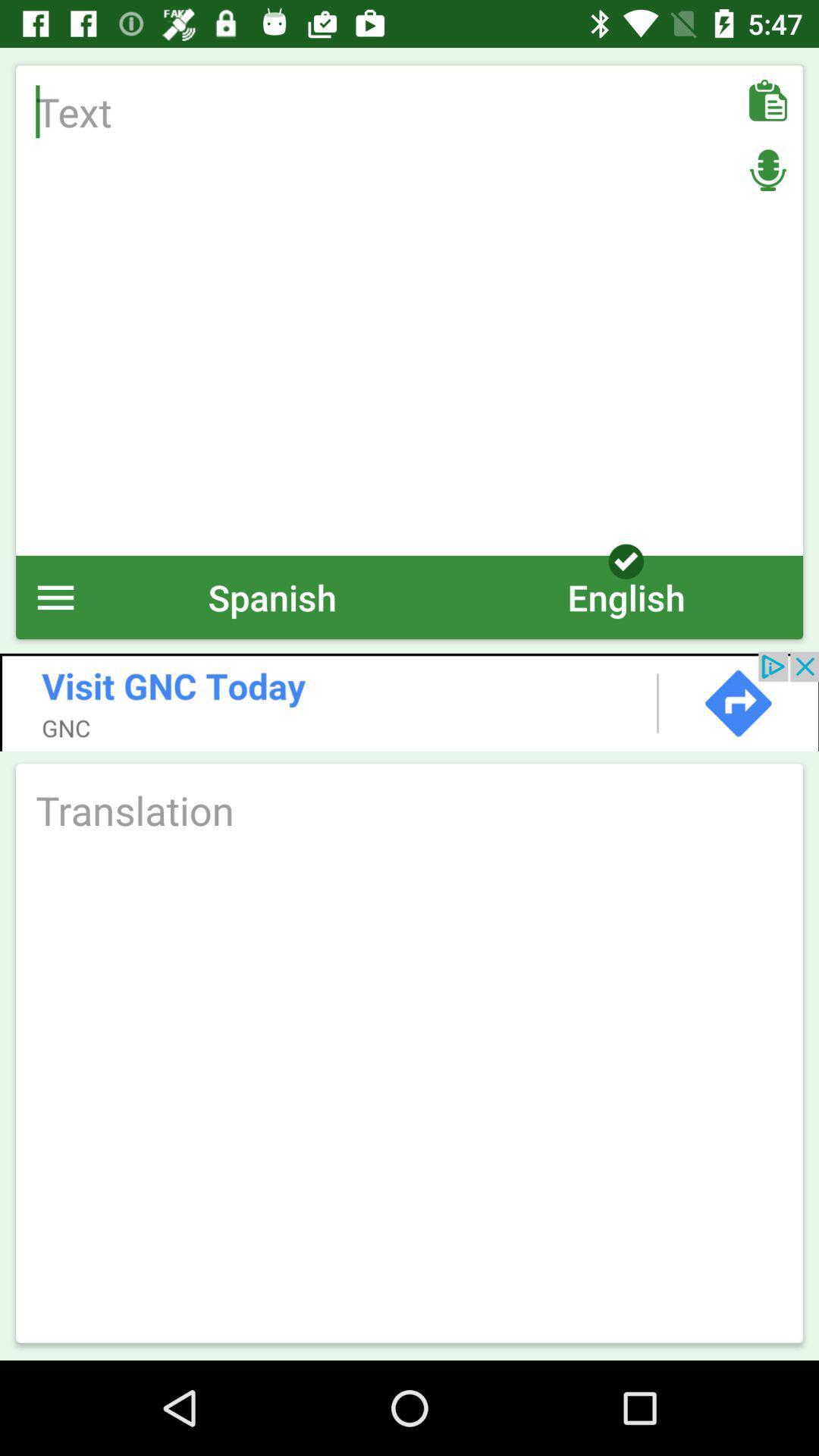 This screenshot has height=1456, width=819. Describe the element at coordinates (409, 809) in the screenshot. I see `translation text area` at that location.